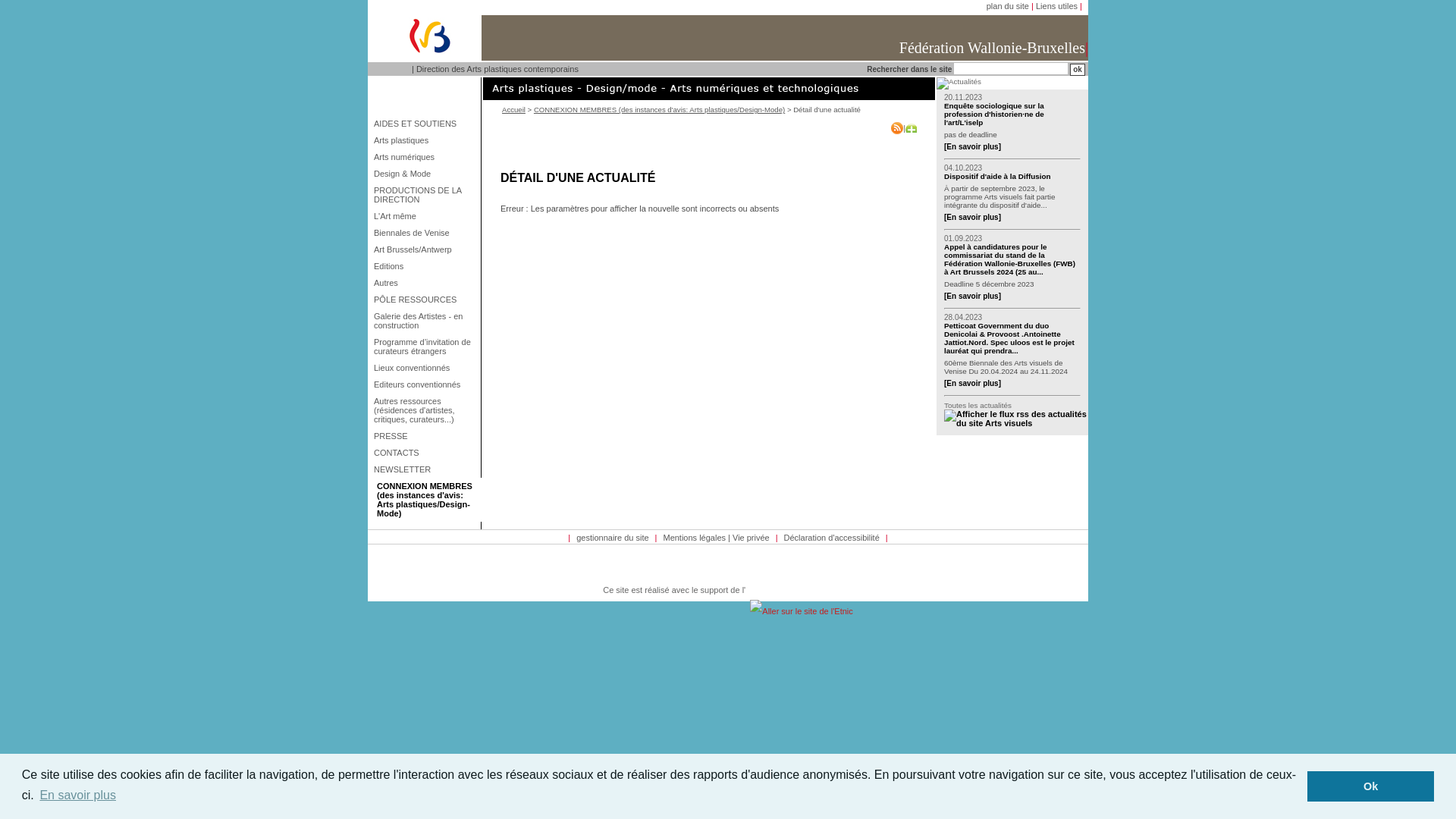  Describe the element at coordinates (972, 217) in the screenshot. I see `'[En savoir plus]'` at that location.